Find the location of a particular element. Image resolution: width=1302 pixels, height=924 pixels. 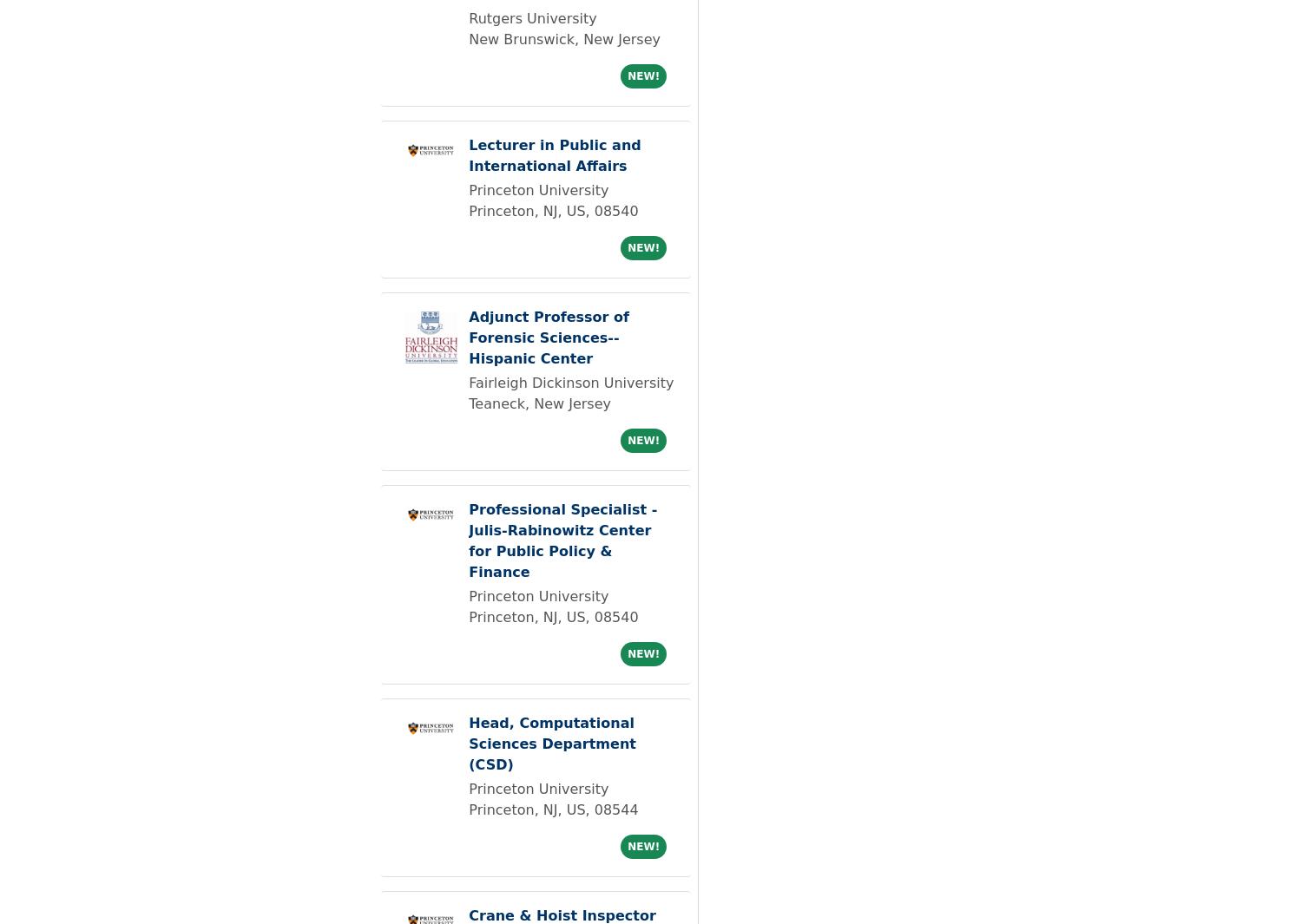

'Princeton, NJ, US, 08544' is located at coordinates (553, 809).